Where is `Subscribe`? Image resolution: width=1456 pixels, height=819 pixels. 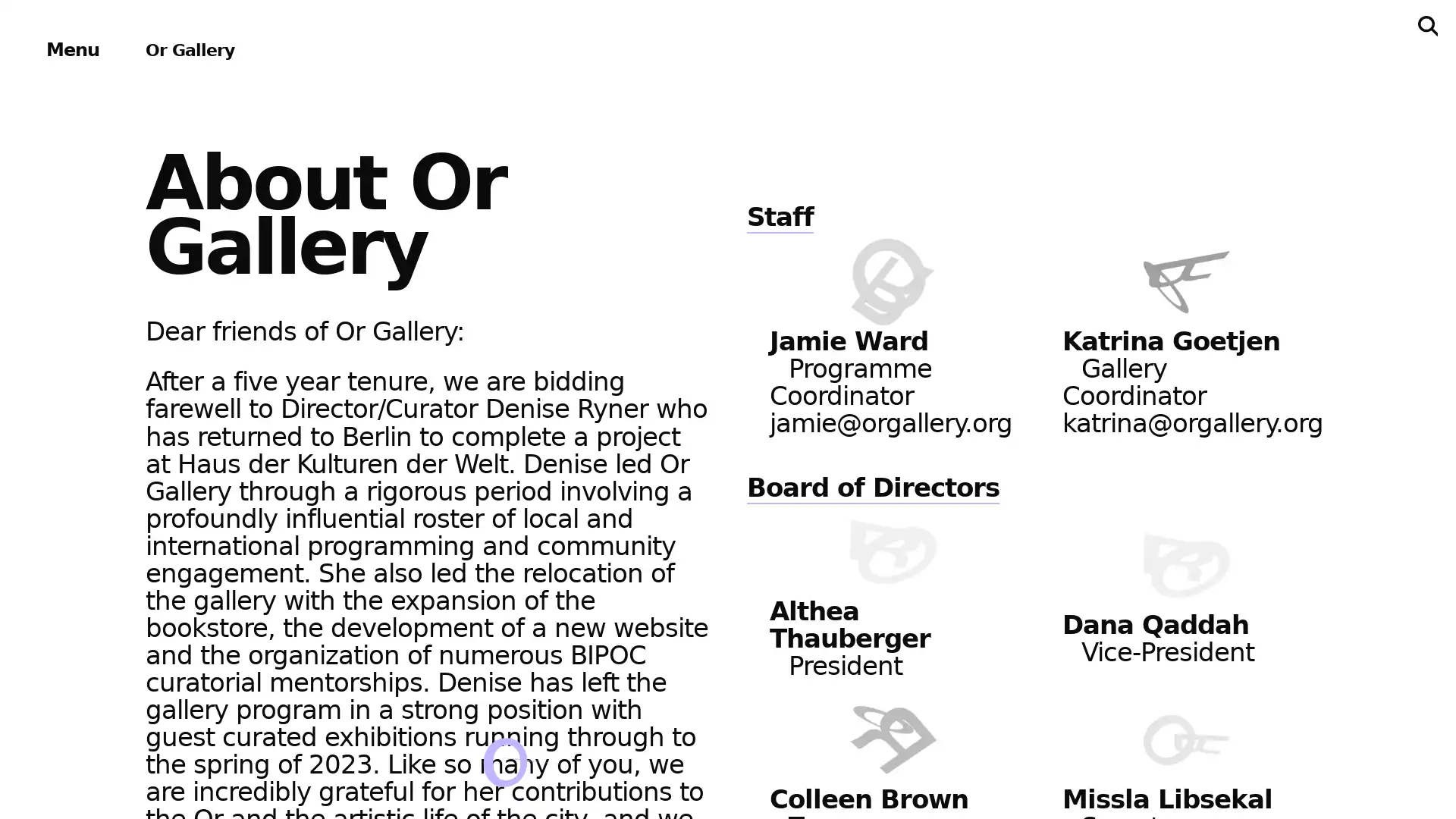
Subscribe is located at coordinates (883, 315).